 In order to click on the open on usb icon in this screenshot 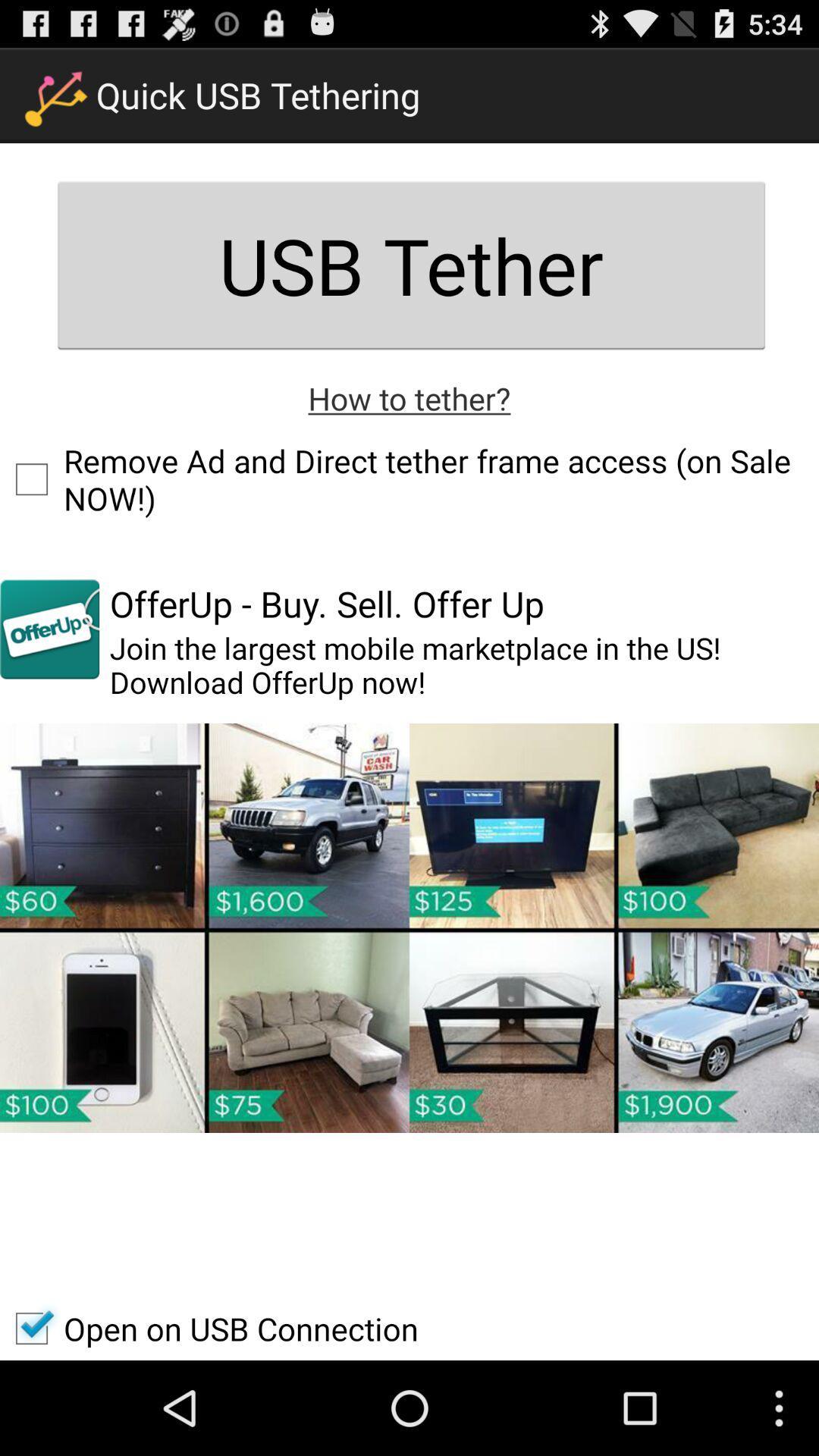, I will do `click(209, 1328)`.